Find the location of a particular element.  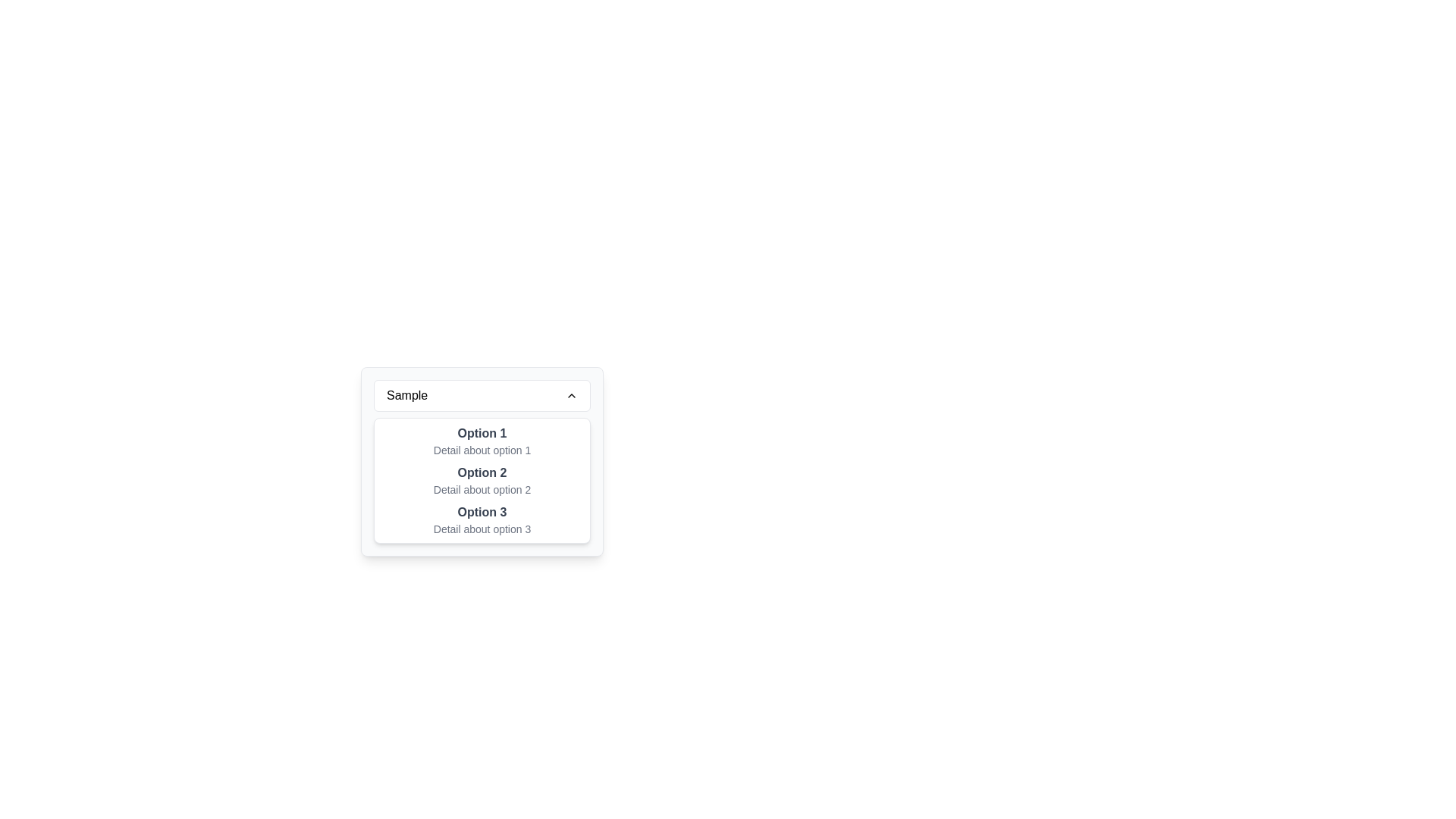

the text element that contains 'Detail about option 3', which is styled in a smaller gray font and positioned beneath 'Option 3' in the dropdown list is located at coordinates (481, 529).